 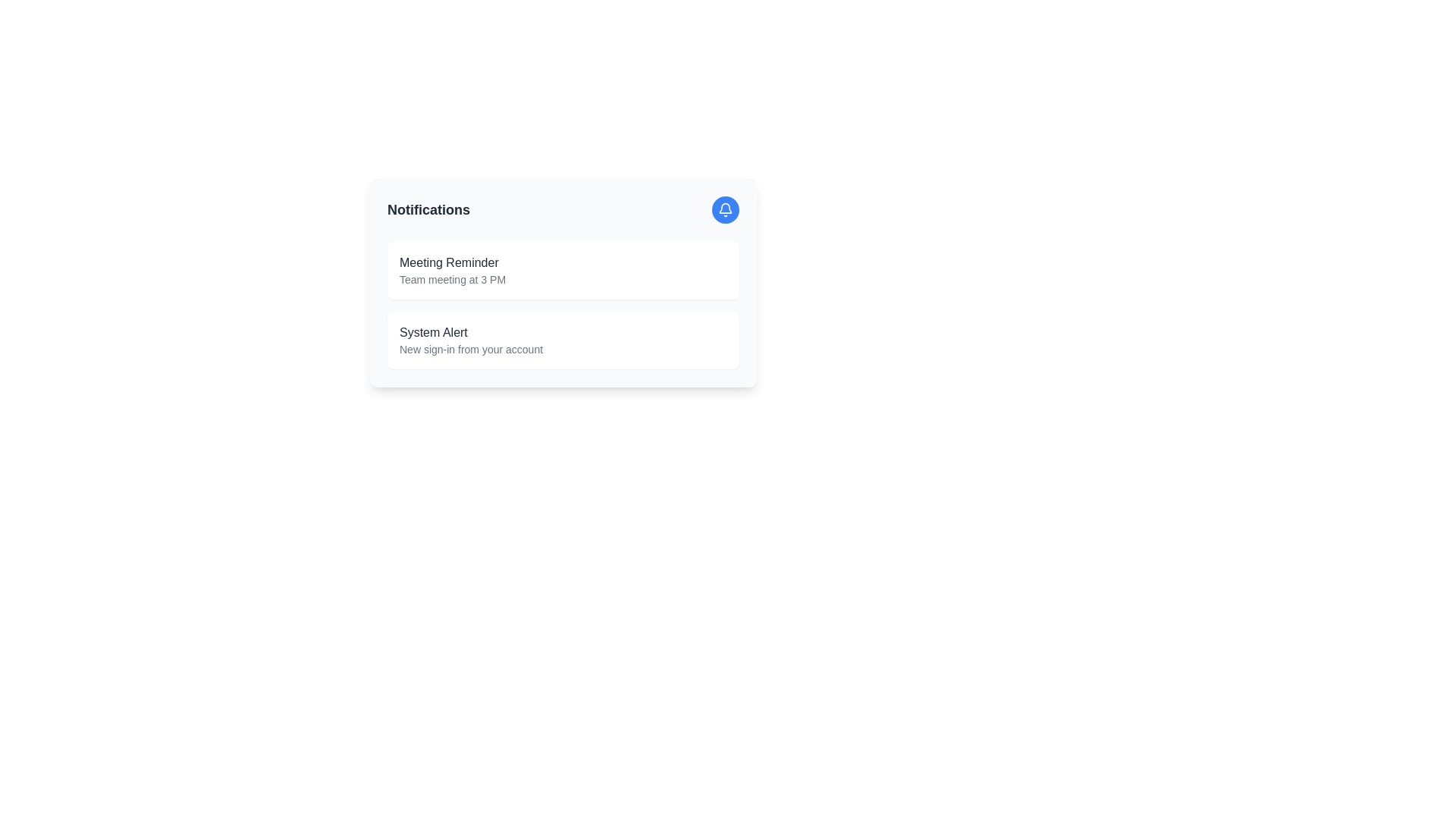 What do you see at coordinates (563, 339) in the screenshot?
I see `the second notification card that displays a system notification about a new sign-in` at bounding box center [563, 339].